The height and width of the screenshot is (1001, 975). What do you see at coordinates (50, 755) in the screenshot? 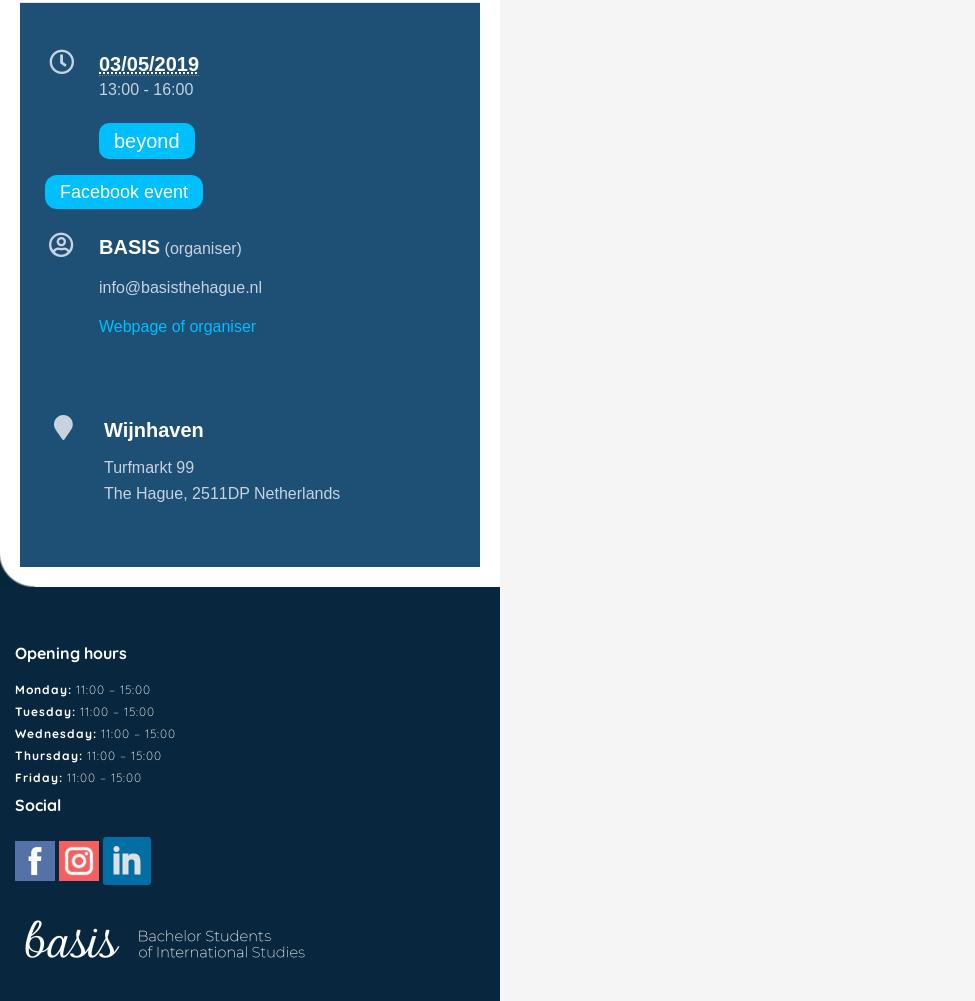
I see `'Thursday:'` at bounding box center [50, 755].